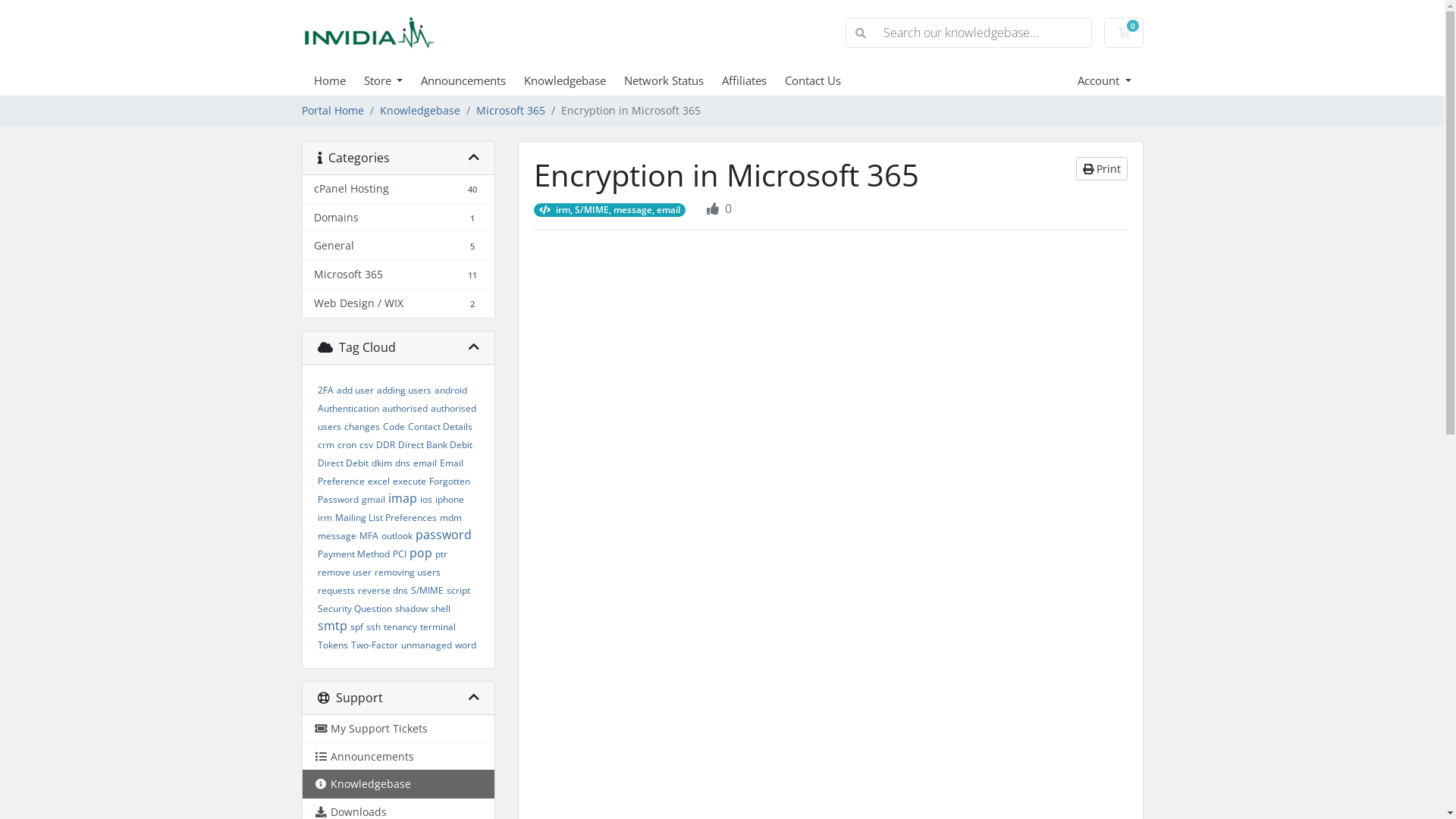  Describe the element at coordinates (378, 481) in the screenshot. I see `'excel'` at that location.